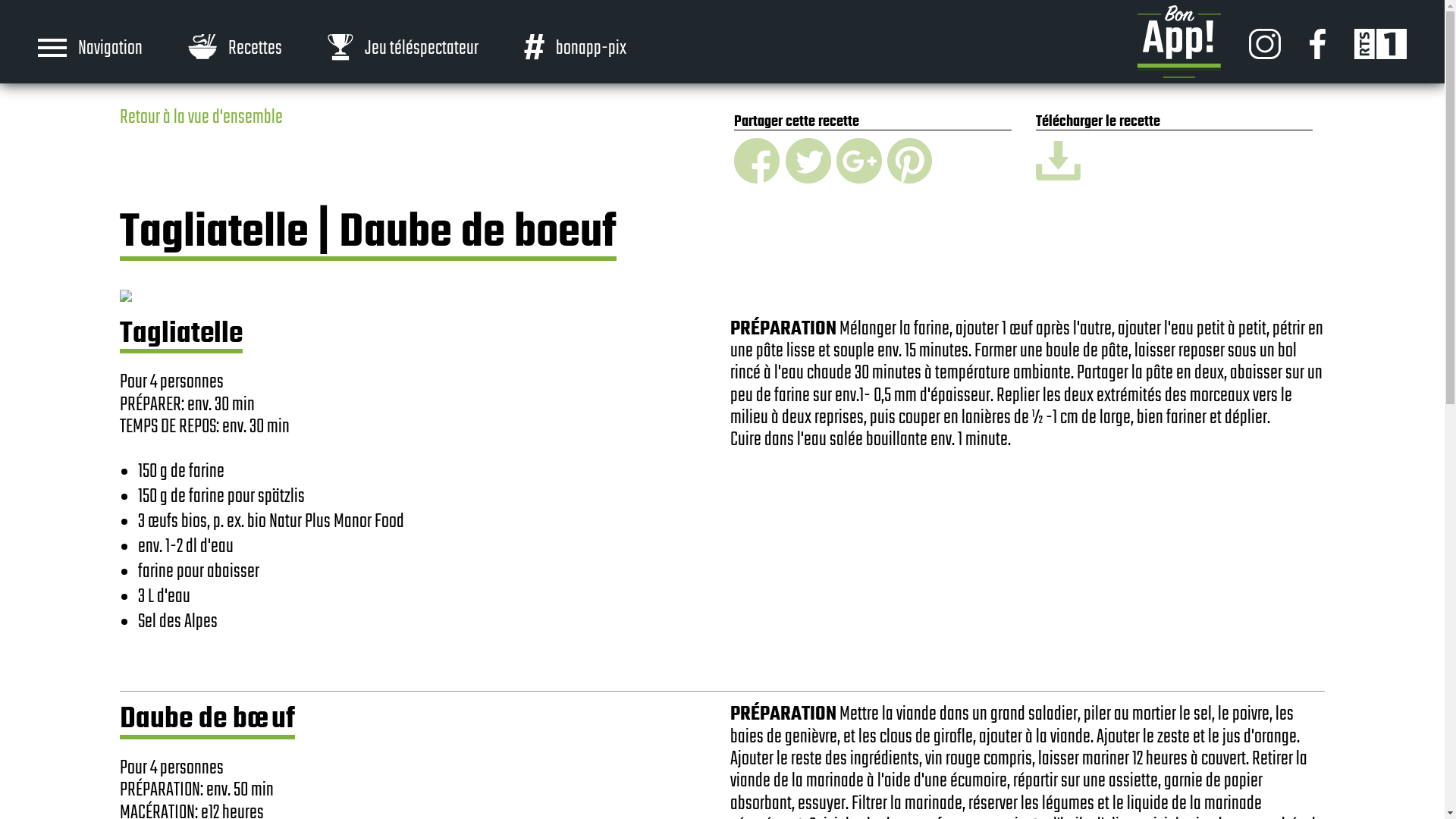 The image size is (1456, 819). I want to click on 'bonapp-pix', so click(574, 46).